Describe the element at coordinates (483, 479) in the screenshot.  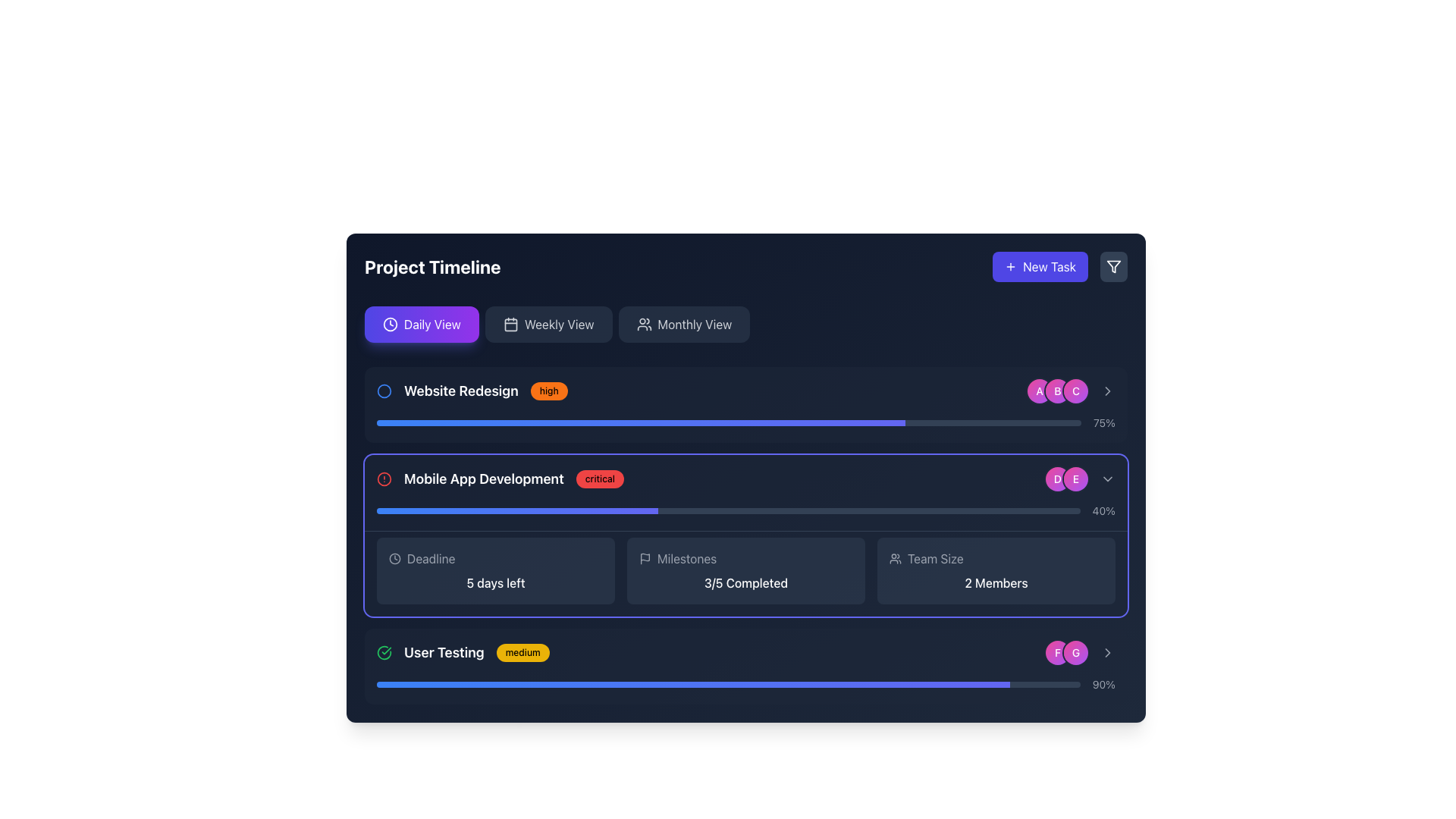
I see `the Text Label displaying 'Mobile App Development', which is centrally positioned between a red alert icon and a 'critical' badge, emphasizing its importance with a bold white font against a dark background` at that location.